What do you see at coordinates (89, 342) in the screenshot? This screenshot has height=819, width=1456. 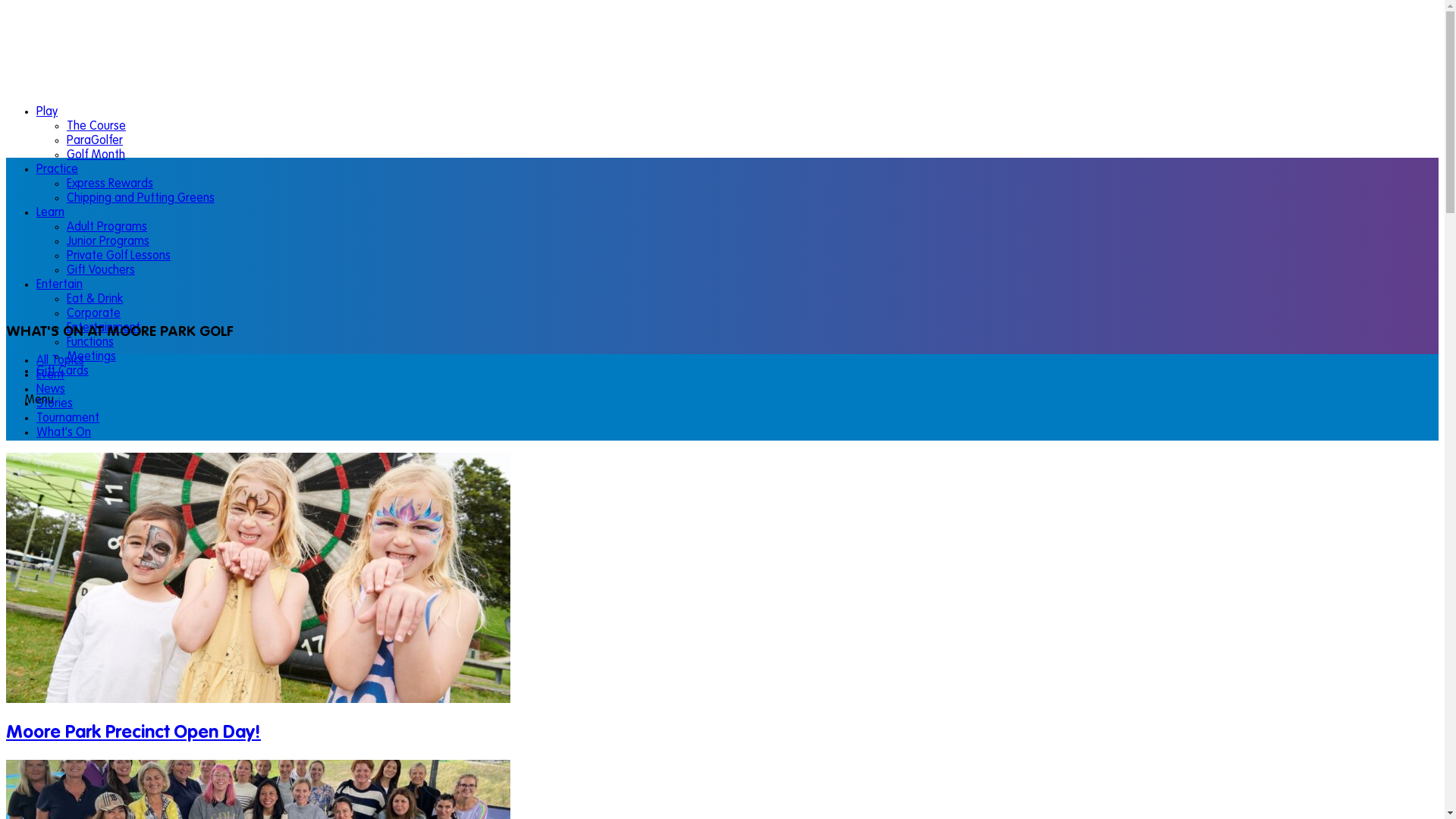 I see `'Functions'` at bounding box center [89, 342].